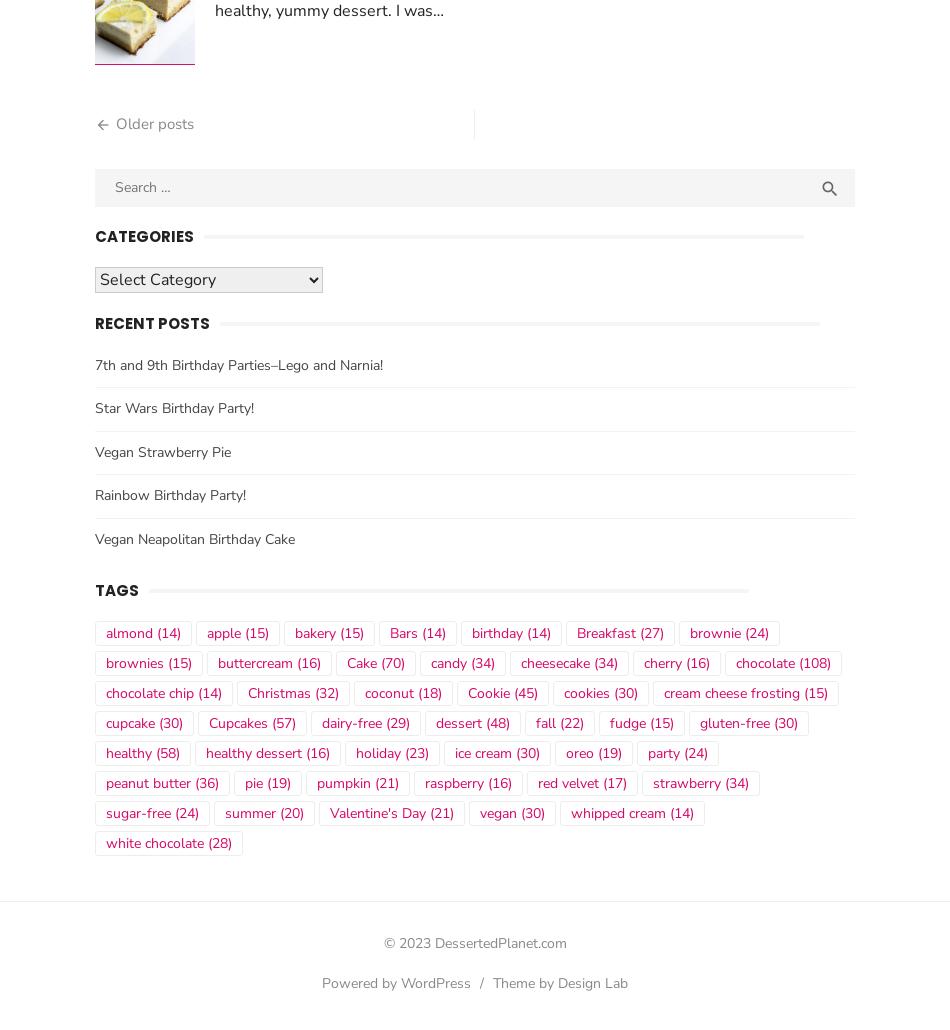 Image resolution: width=950 pixels, height=1030 pixels. I want to click on '(48)', so click(495, 729).